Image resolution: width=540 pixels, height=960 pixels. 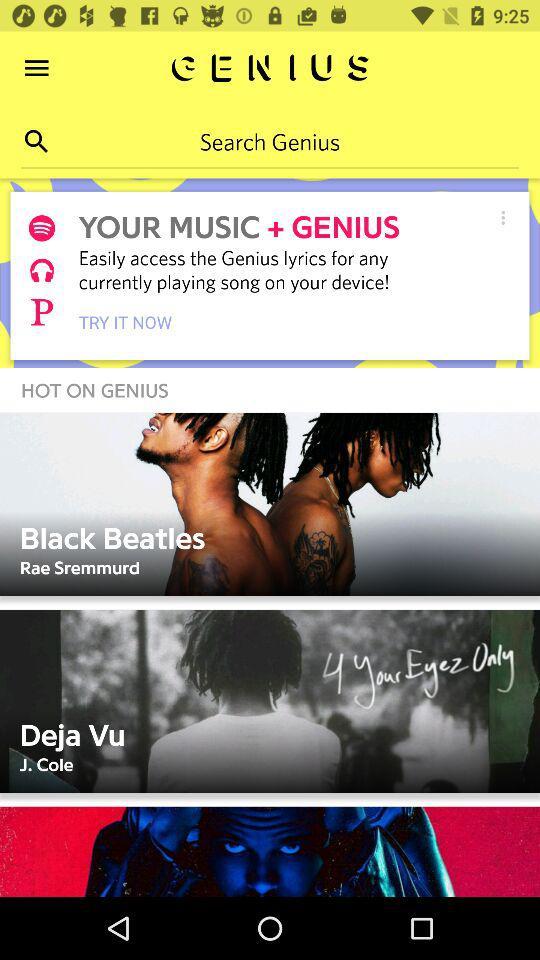 What do you see at coordinates (502, 217) in the screenshot?
I see `the item to the right of + genius icon` at bounding box center [502, 217].